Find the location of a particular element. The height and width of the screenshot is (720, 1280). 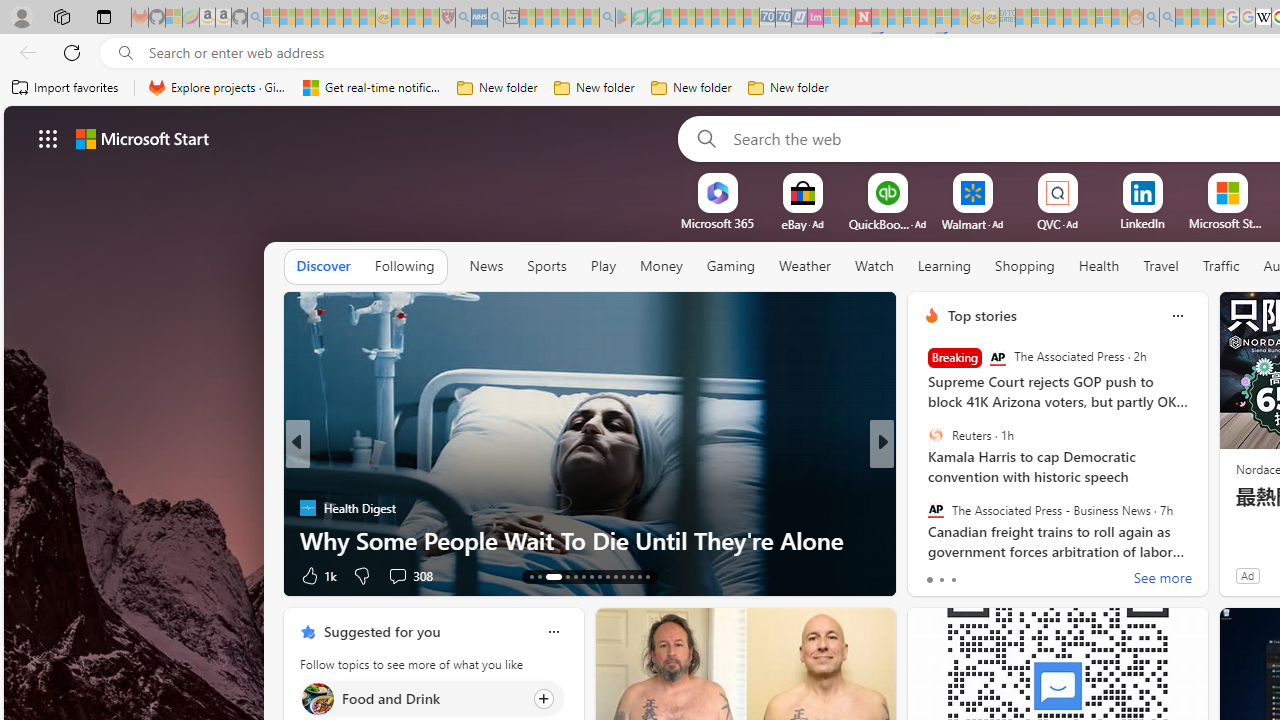

'LinkedIn' is located at coordinates (1142, 223).